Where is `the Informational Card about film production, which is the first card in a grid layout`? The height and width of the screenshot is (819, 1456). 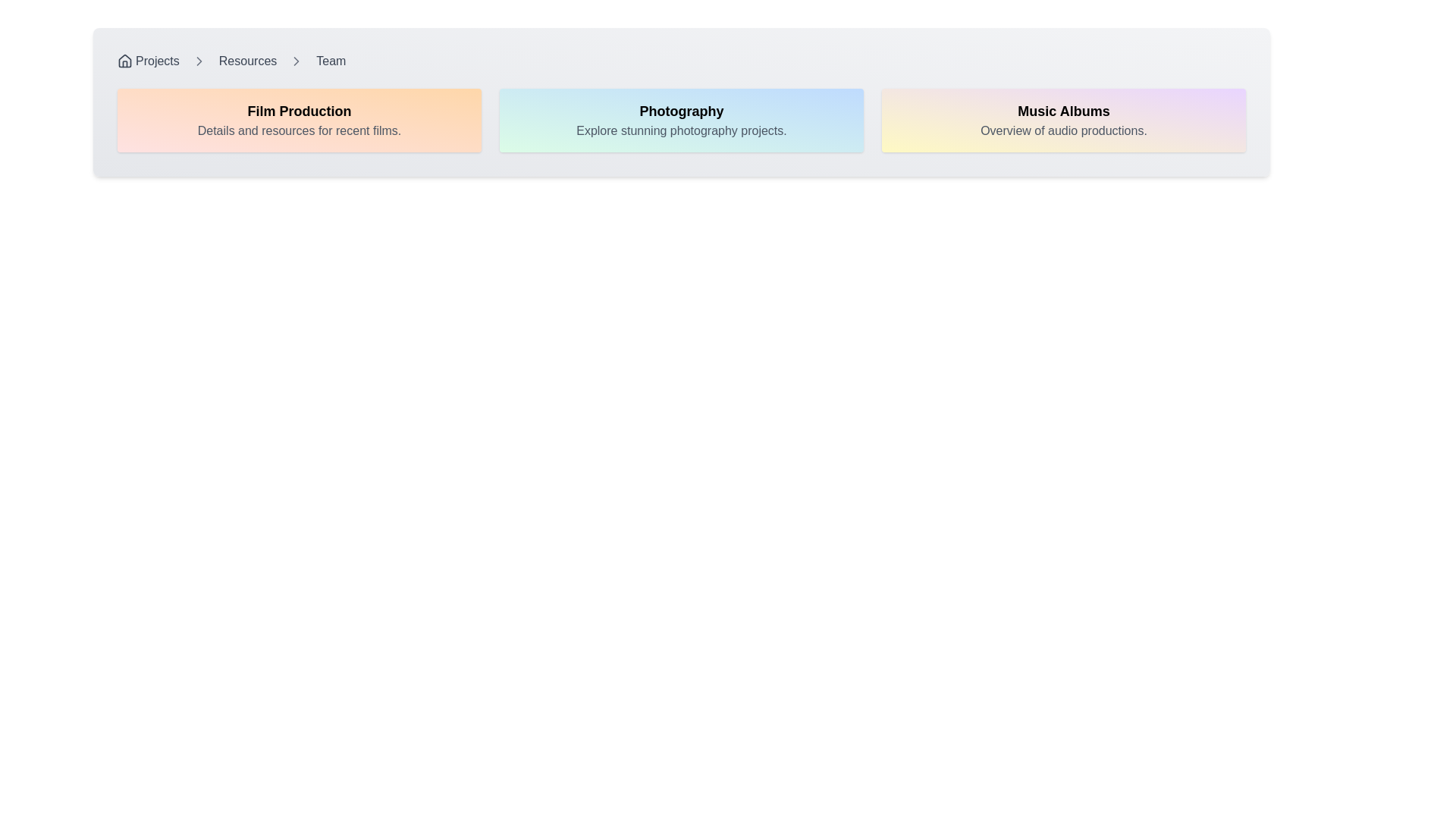
the Informational Card about film production, which is the first card in a grid layout is located at coordinates (299, 119).